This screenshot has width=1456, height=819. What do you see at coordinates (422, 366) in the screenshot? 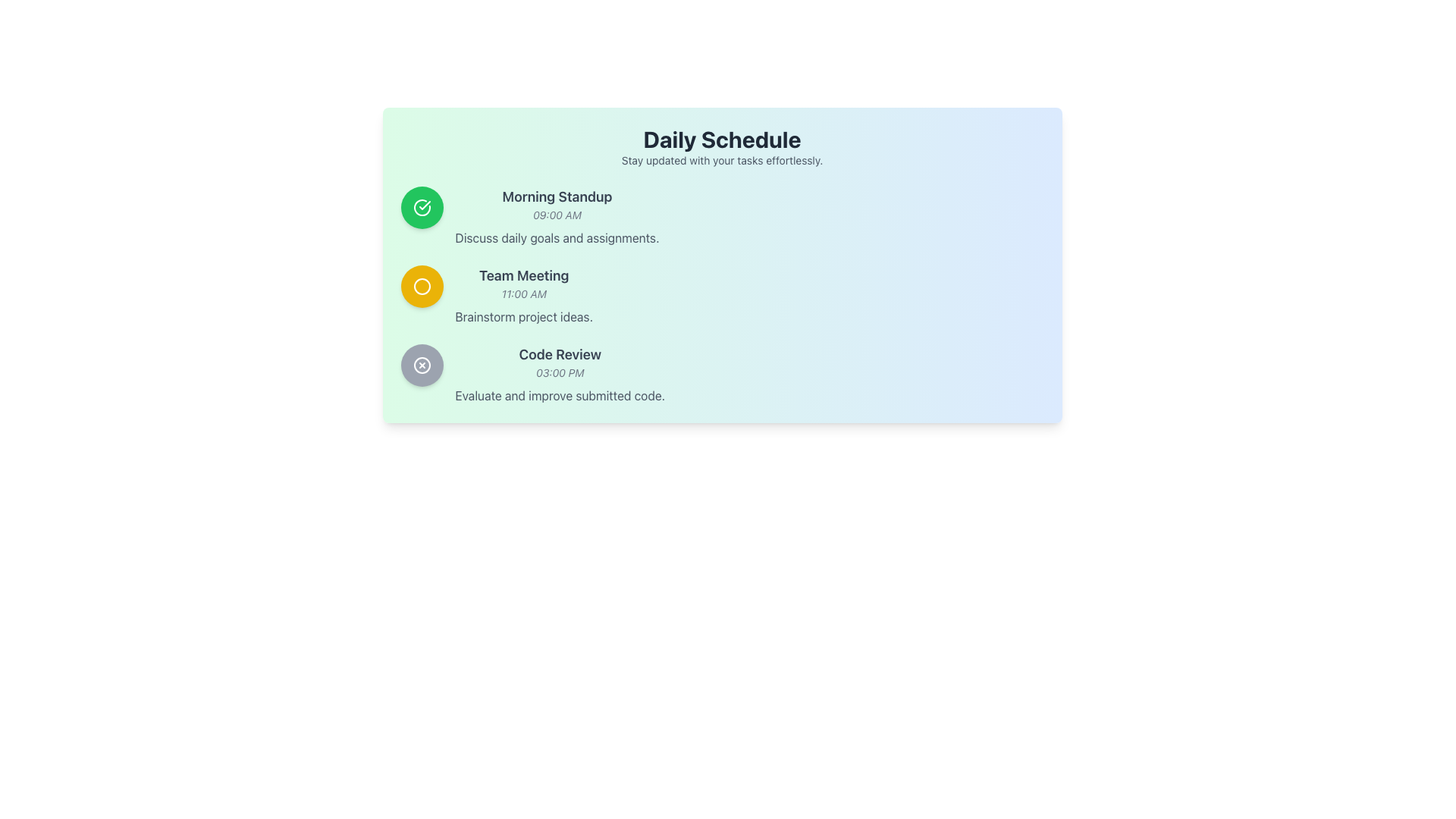
I see `the decorative circle or status indicator located in the 'Code Review' section, which is a circular outline with a radius of 10 units, aligned to the left of the 'Code Review' heading` at bounding box center [422, 366].